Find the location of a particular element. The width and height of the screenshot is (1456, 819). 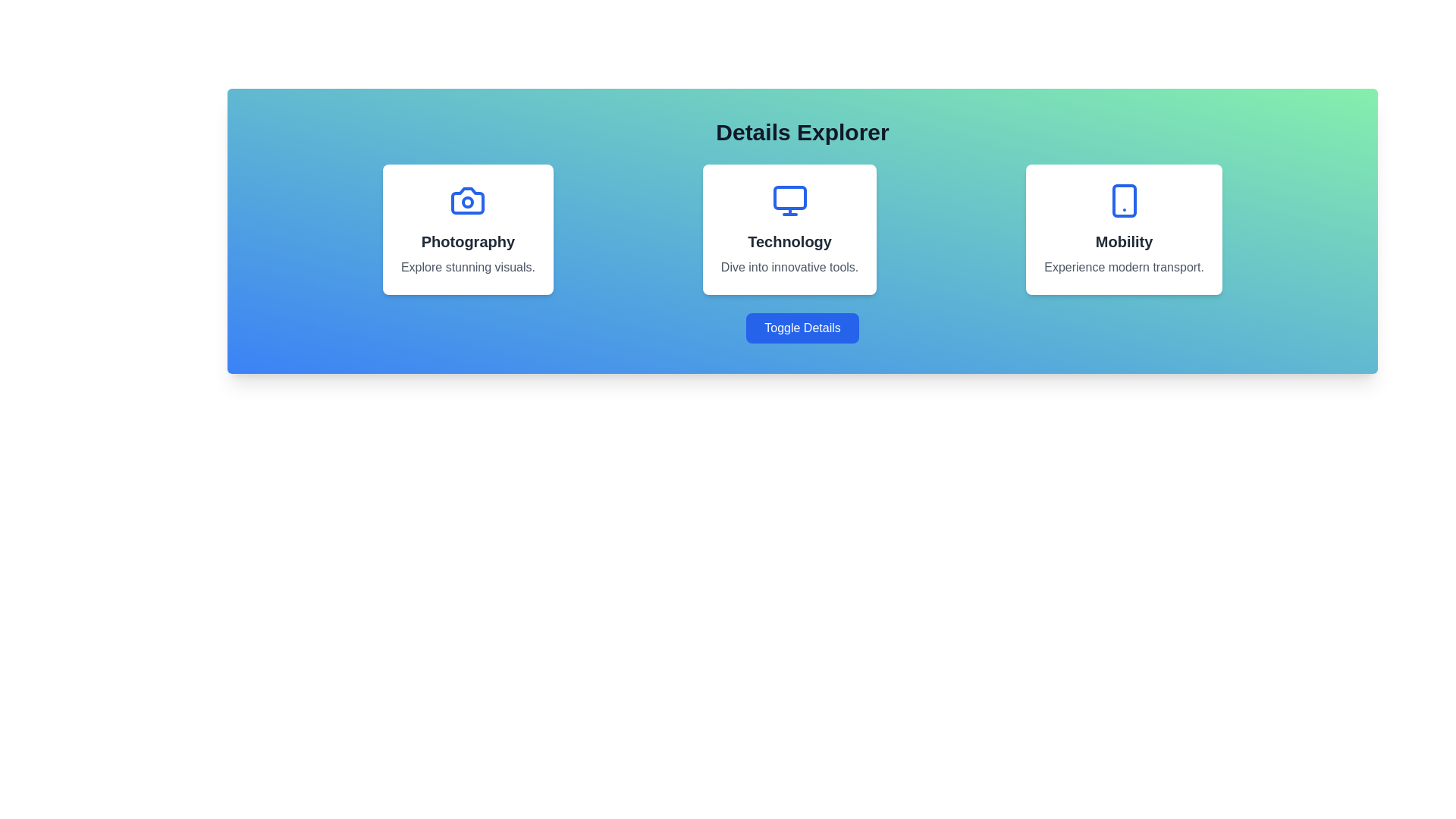

text label that serves as a title or header, positioned centrally above the three cards labeled 'Photography,' 'Technology,' and 'Mobility.' is located at coordinates (802, 131).